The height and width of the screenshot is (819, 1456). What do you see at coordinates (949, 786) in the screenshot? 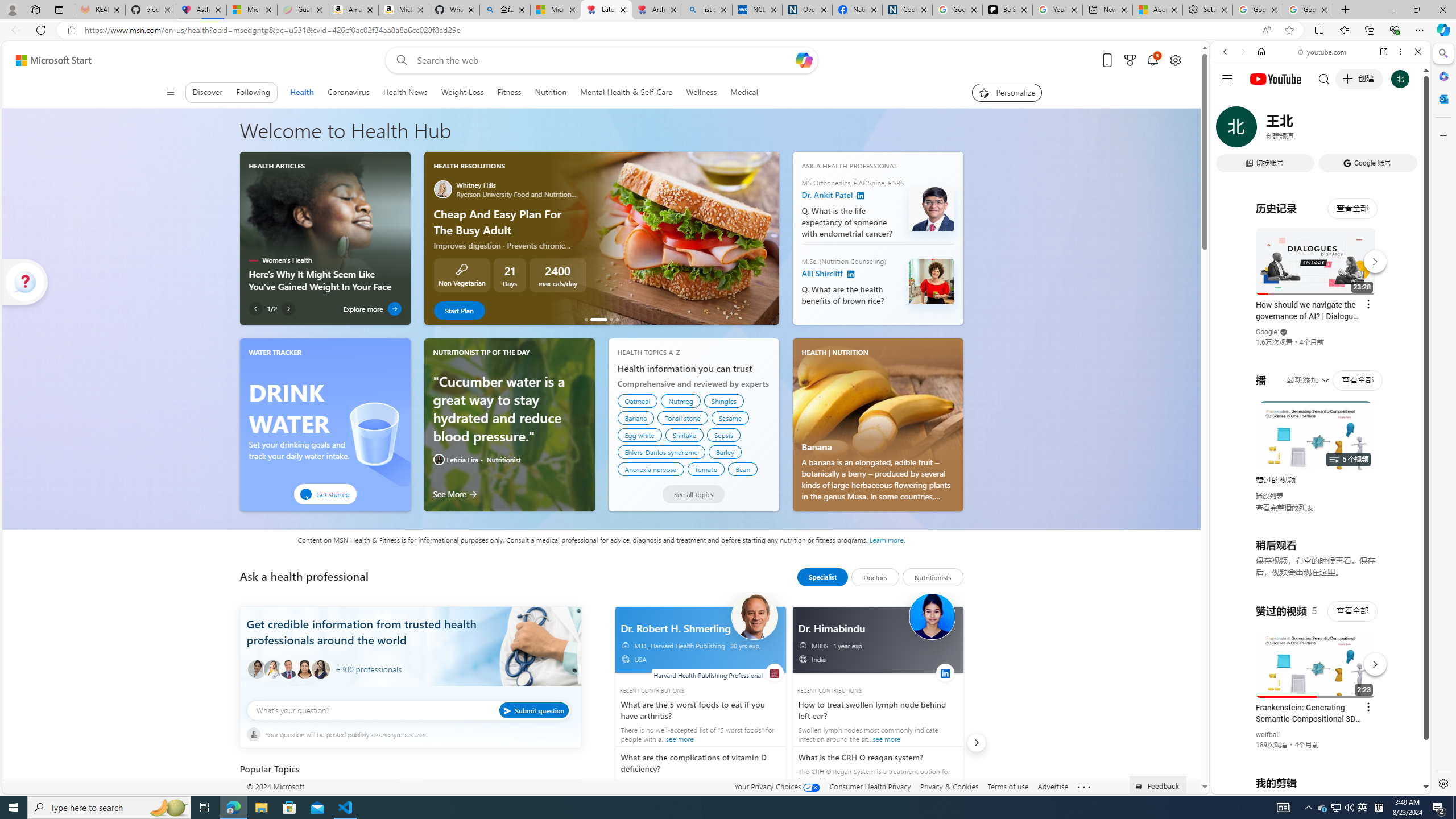
I see `'Privacy & Cookies'` at bounding box center [949, 786].